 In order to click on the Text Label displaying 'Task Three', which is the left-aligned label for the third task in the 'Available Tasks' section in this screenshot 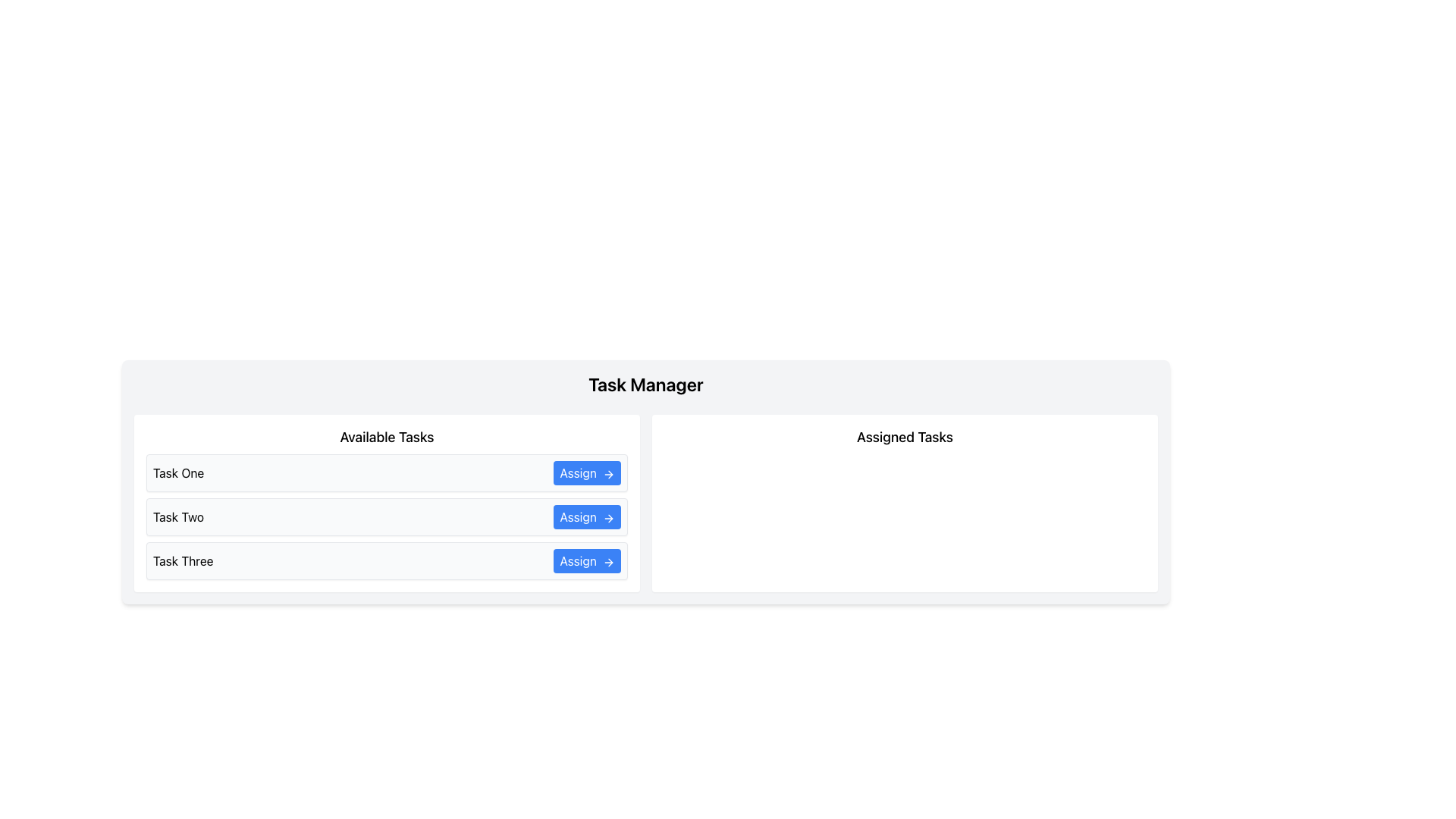, I will do `click(182, 561)`.